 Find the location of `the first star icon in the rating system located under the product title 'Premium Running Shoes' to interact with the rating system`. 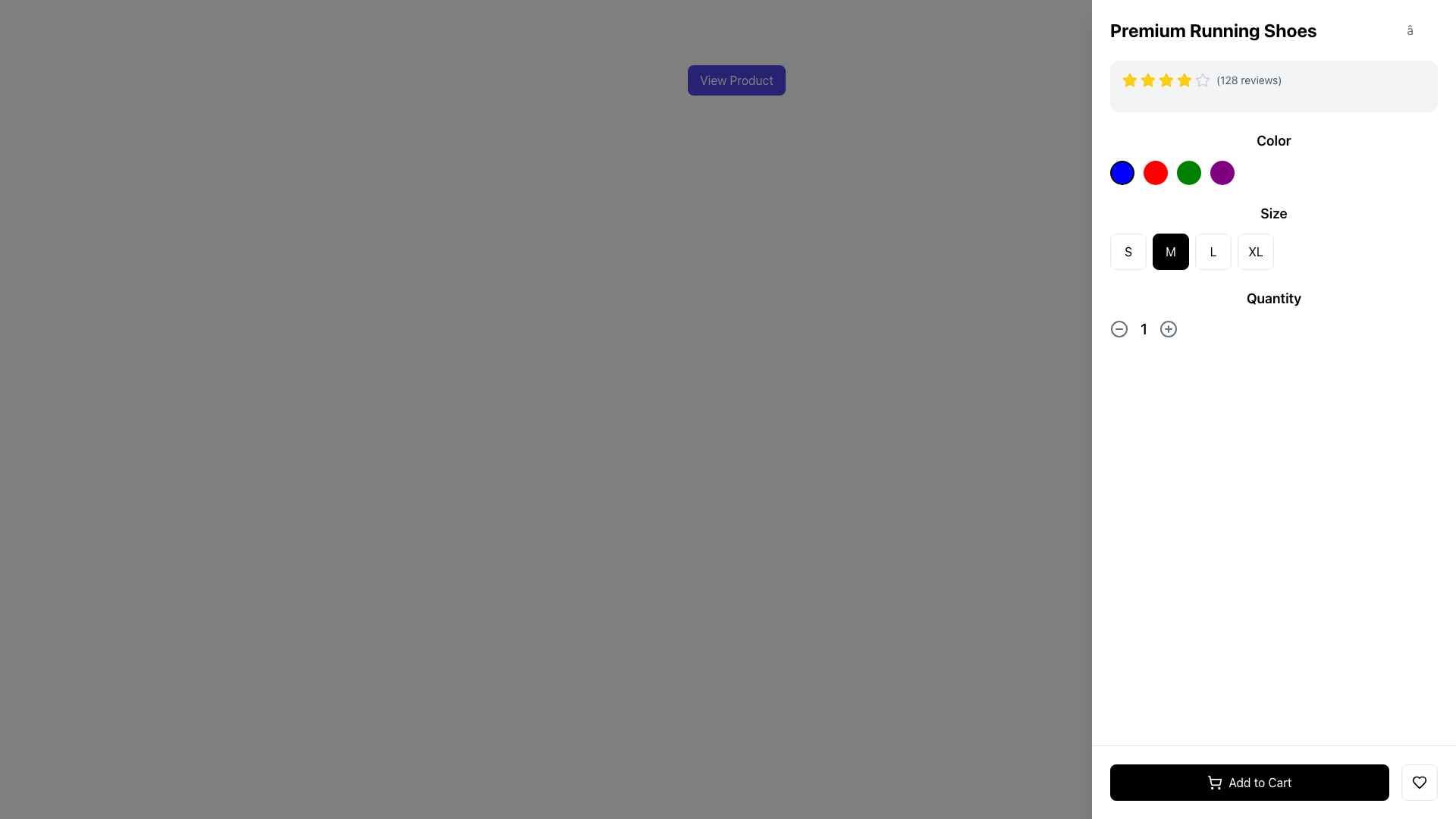

the first star icon in the rating system located under the product title 'Premium Running Shoes' to interact with the rating system is located at coordinates (1128, 79).